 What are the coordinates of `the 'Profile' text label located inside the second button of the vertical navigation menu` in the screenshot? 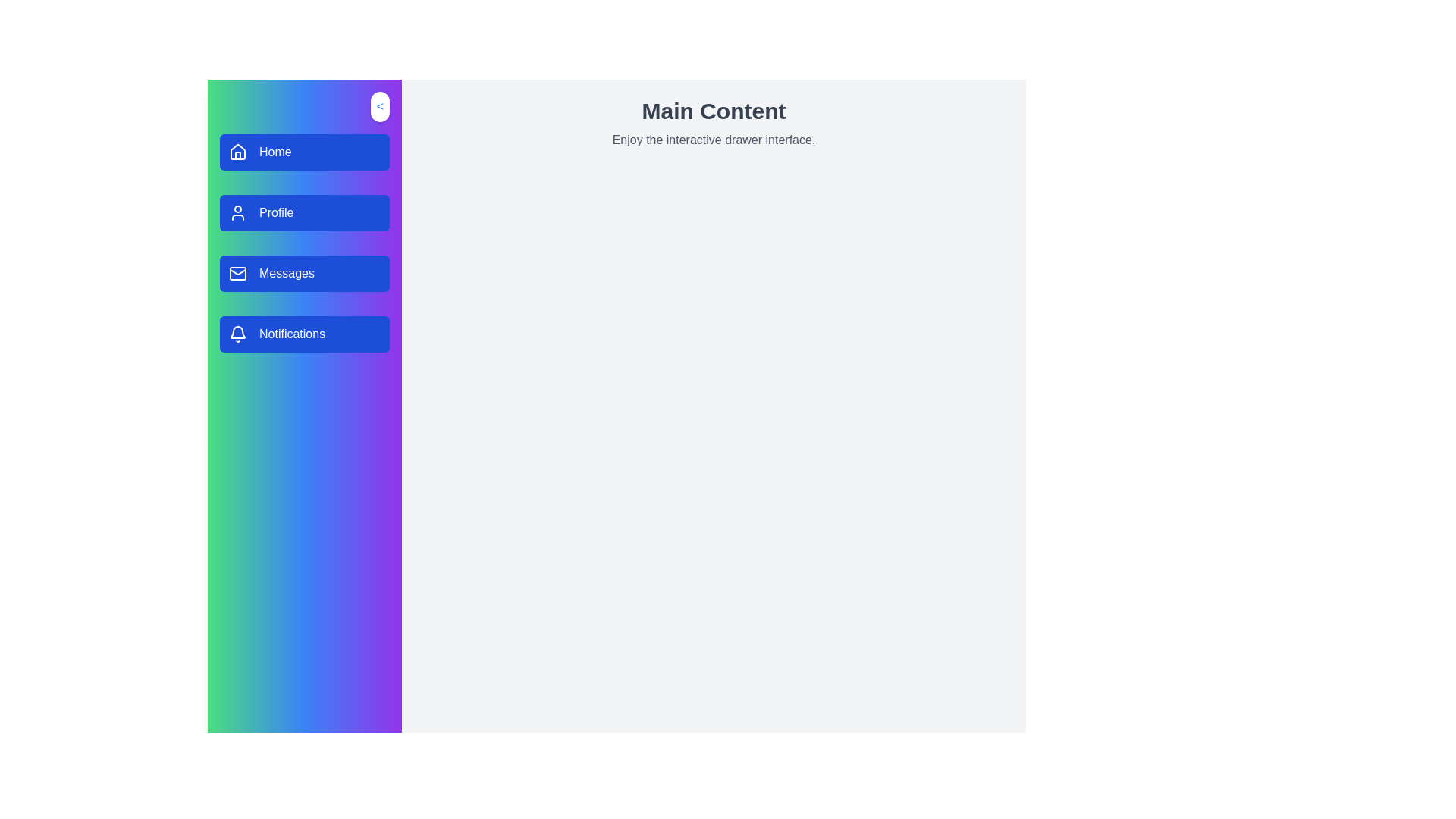 It's located at (276, 213).